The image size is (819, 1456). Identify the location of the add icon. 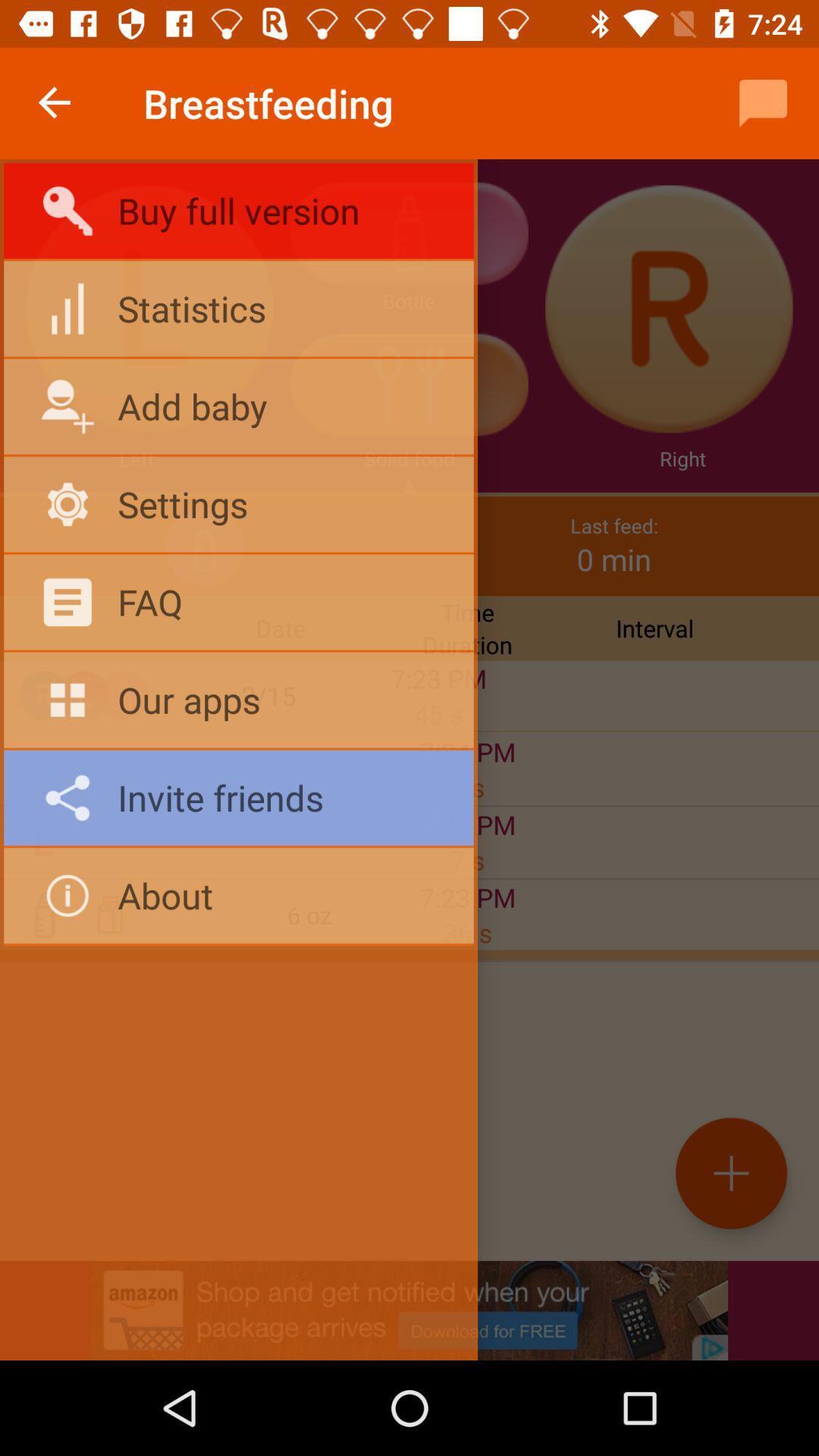
(730, 1172).